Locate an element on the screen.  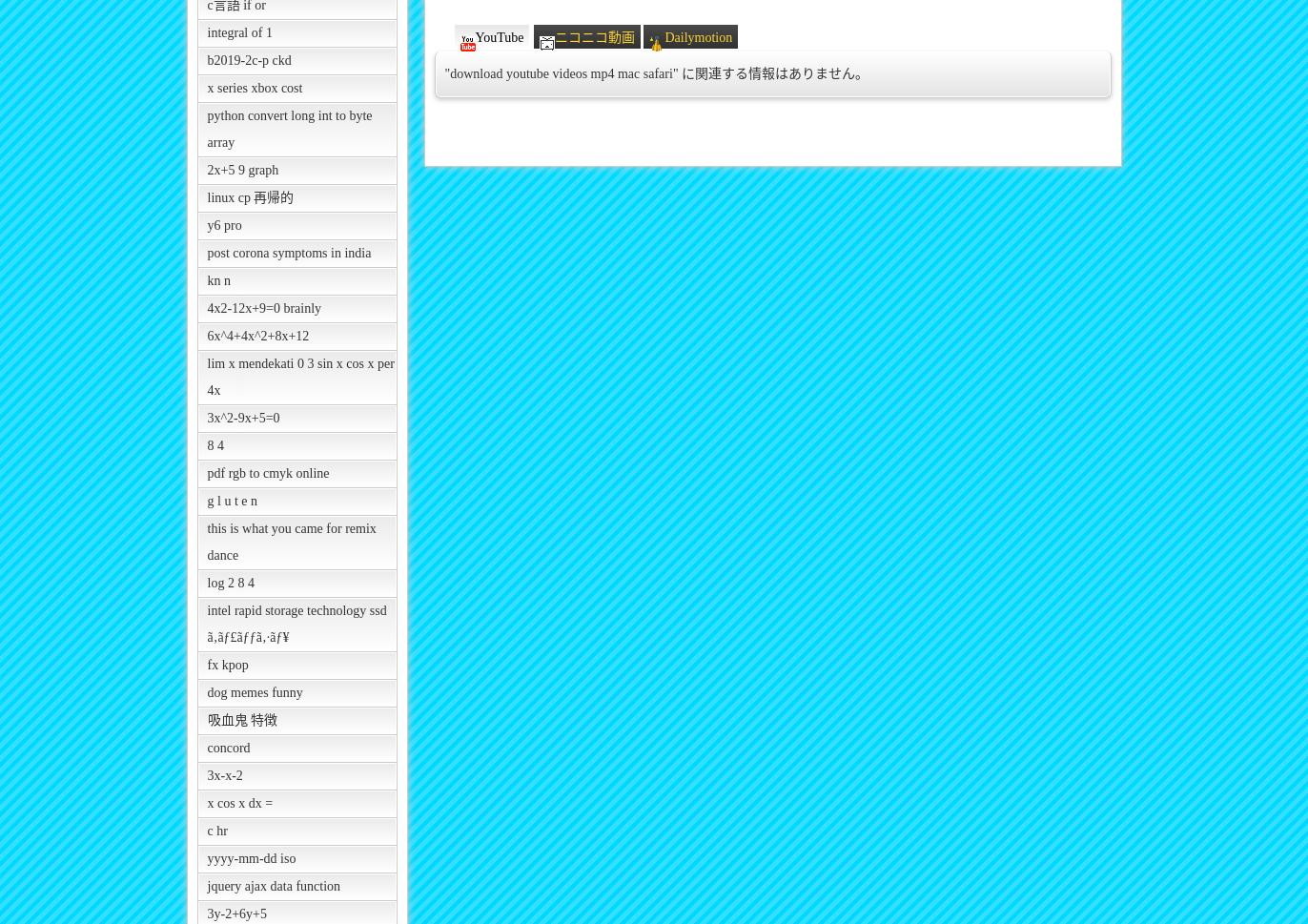
'dog memes funny' is located at coordinates (207, 692).